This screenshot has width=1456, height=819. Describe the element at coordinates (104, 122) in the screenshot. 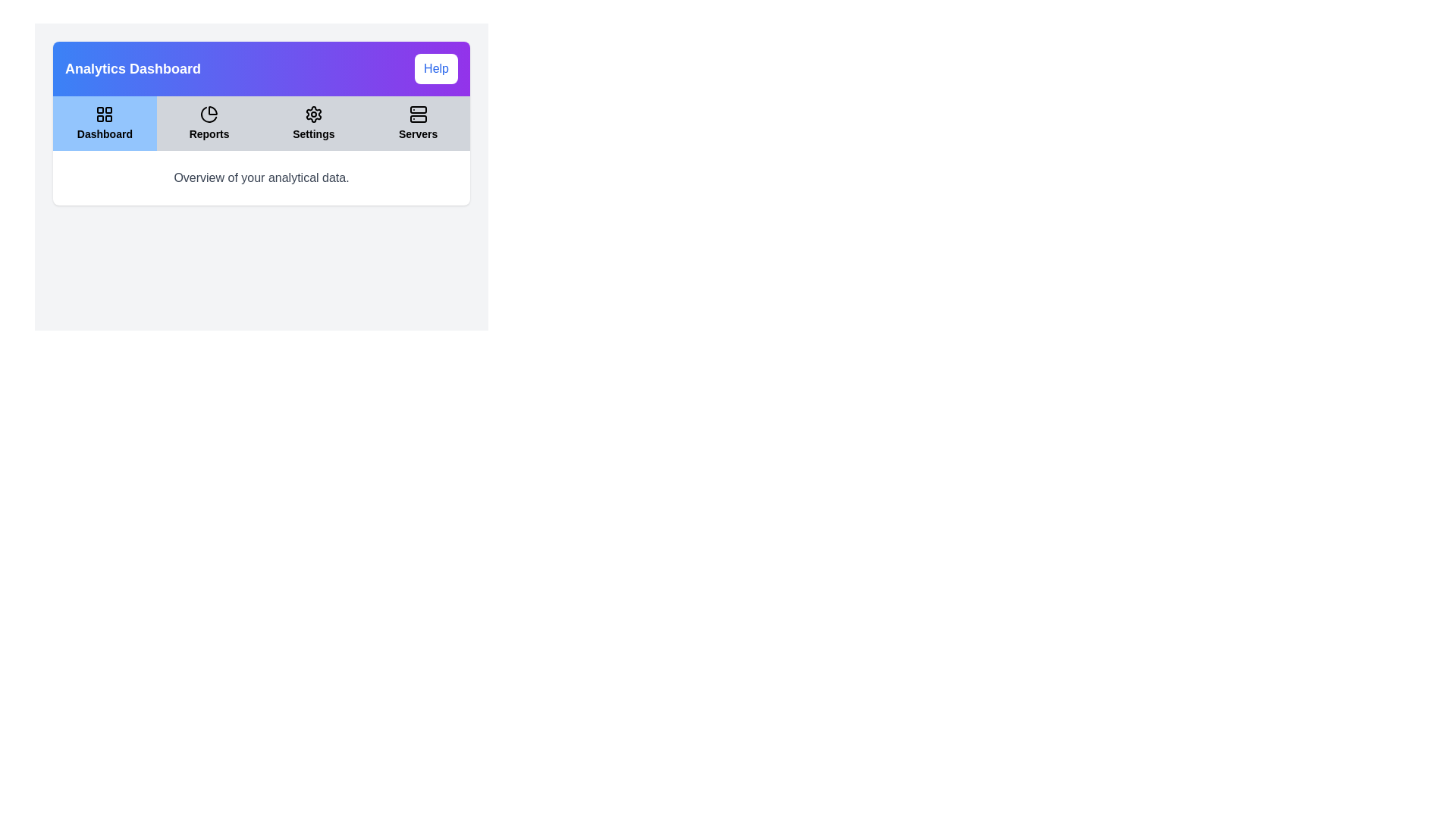

I see `the 'Dashboard' button with a grid icon, which is the first item in the horizontal menu bar, to activate hover effects` at that location.